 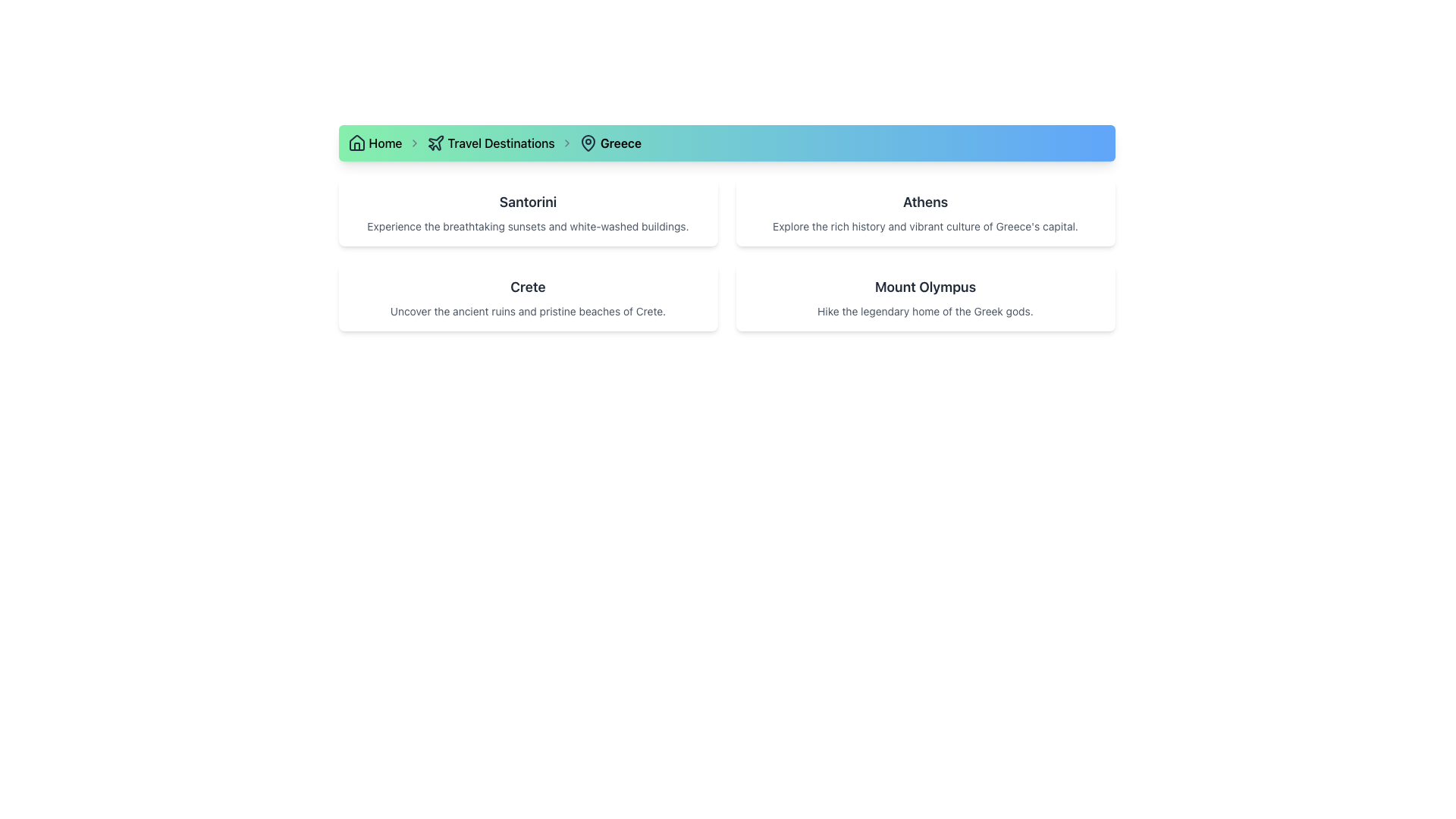 What do you see at coordinates (610, 143) in the screenshot?
I see `the third item in the breadcrumb navigation bar, which indicates the current location or selected destination, providing contextual information to the user` at bounding box center [610, 143].